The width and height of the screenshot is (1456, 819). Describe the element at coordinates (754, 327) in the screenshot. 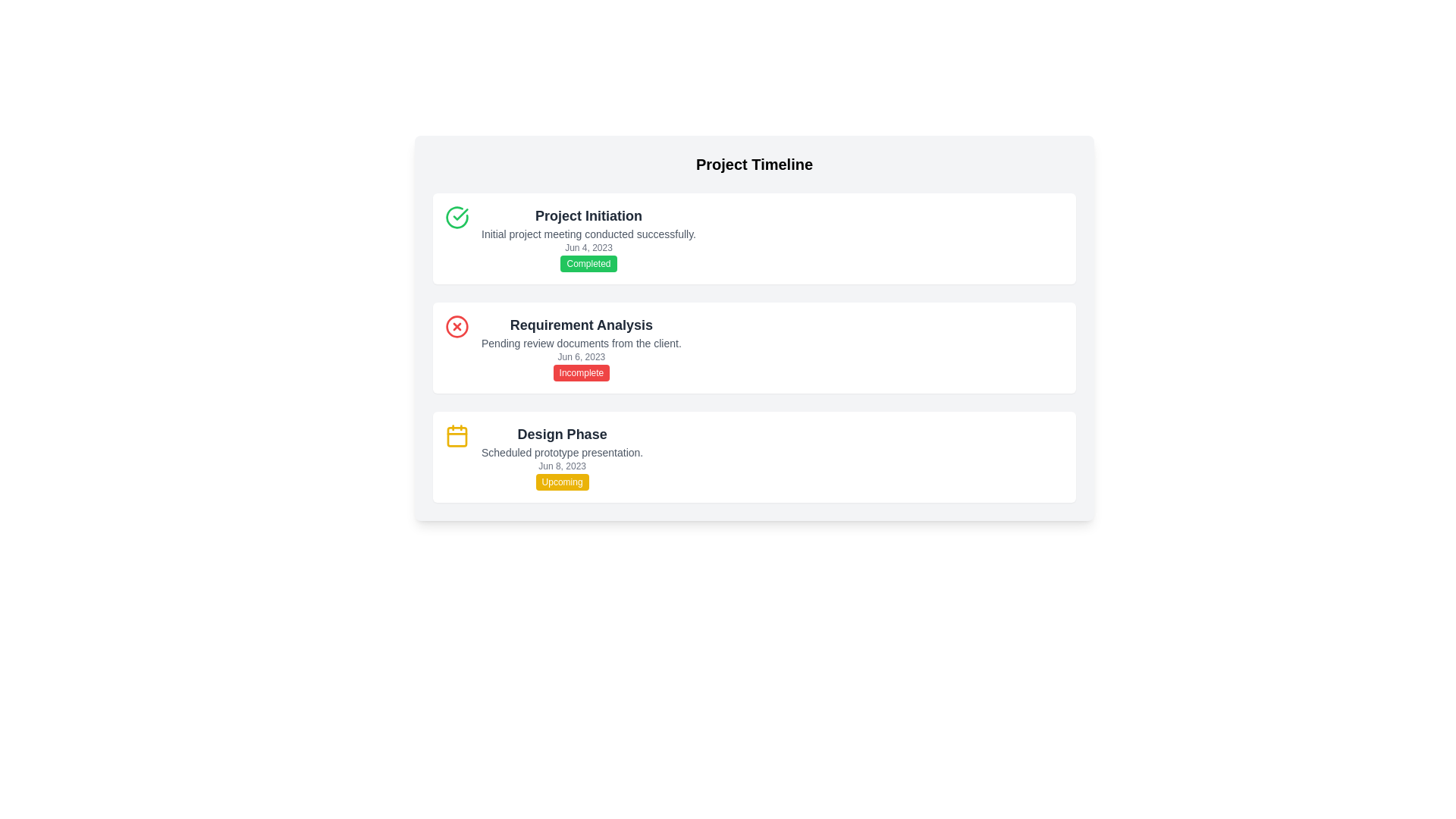

I see `the second timeline entry card in the 'Project Timeline' section, which includes the phase title, current status, and relevant details` at that location.